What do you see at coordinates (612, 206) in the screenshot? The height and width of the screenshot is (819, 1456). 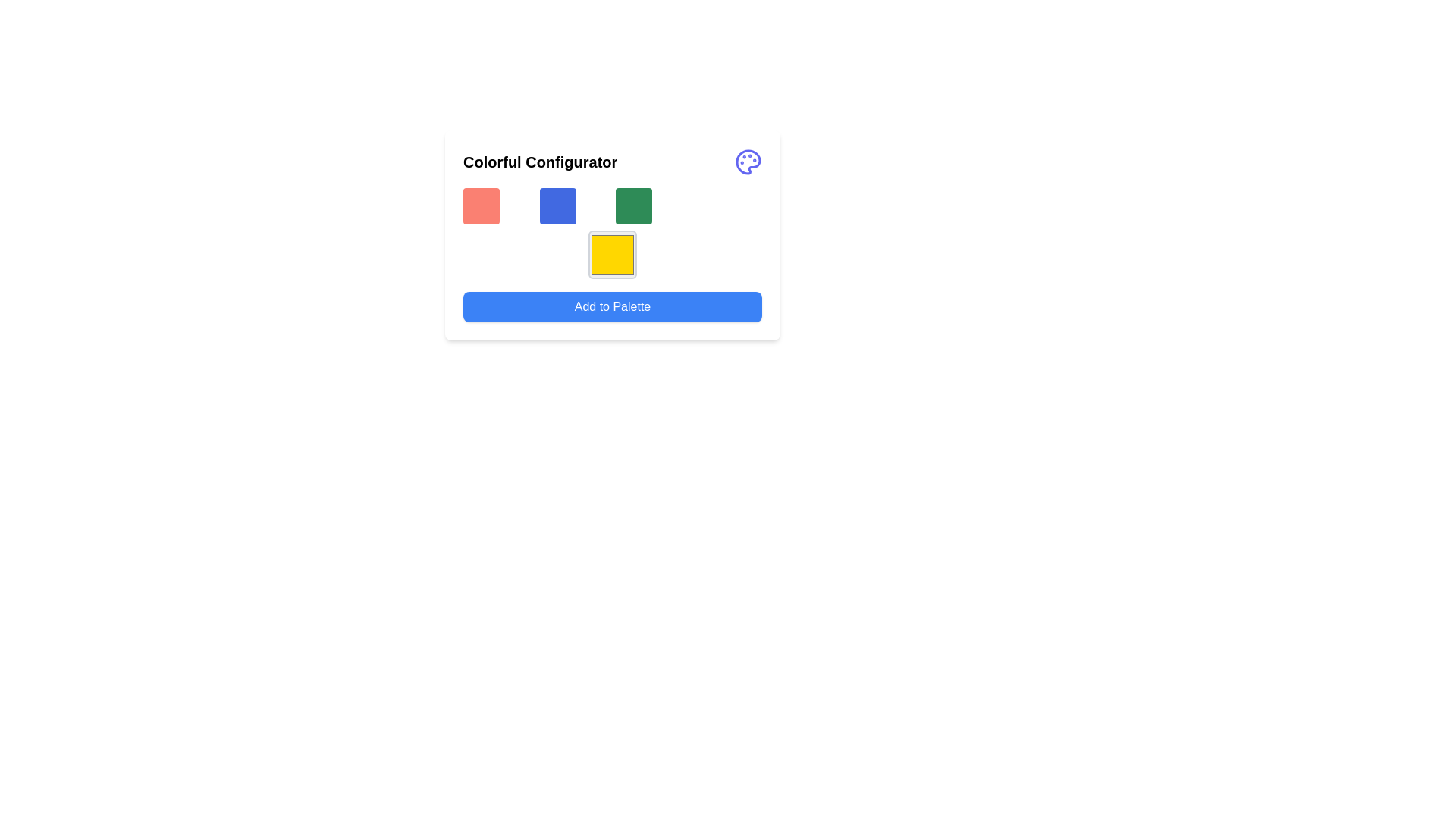 I see `the grid structure that contains four colored boxes (red, blue, green, and white) located beneath the title 'Colorful Configurator'` at bounding box center [612, 206].